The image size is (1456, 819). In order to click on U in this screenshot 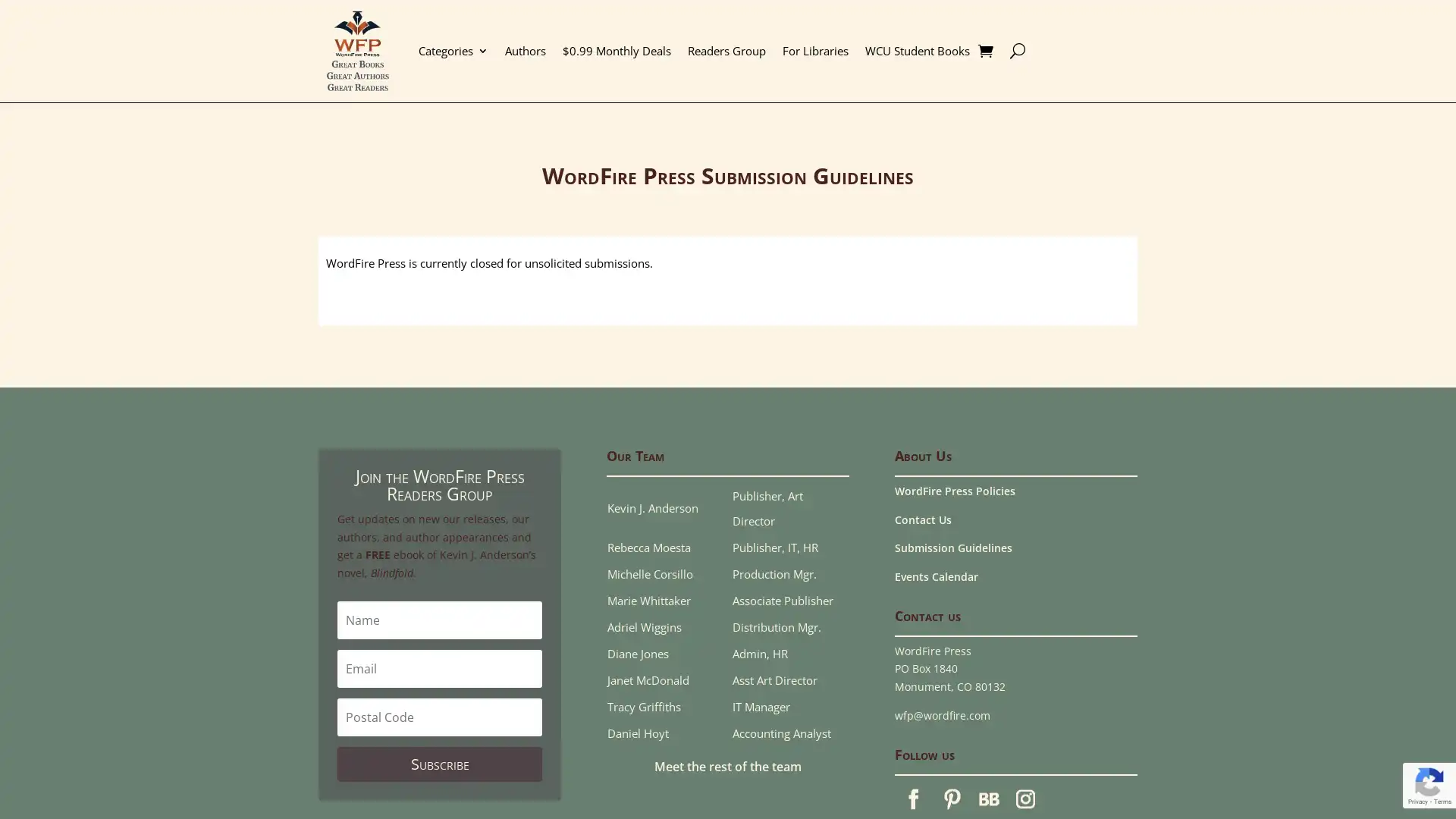, I will do `click(1016, 49)`.